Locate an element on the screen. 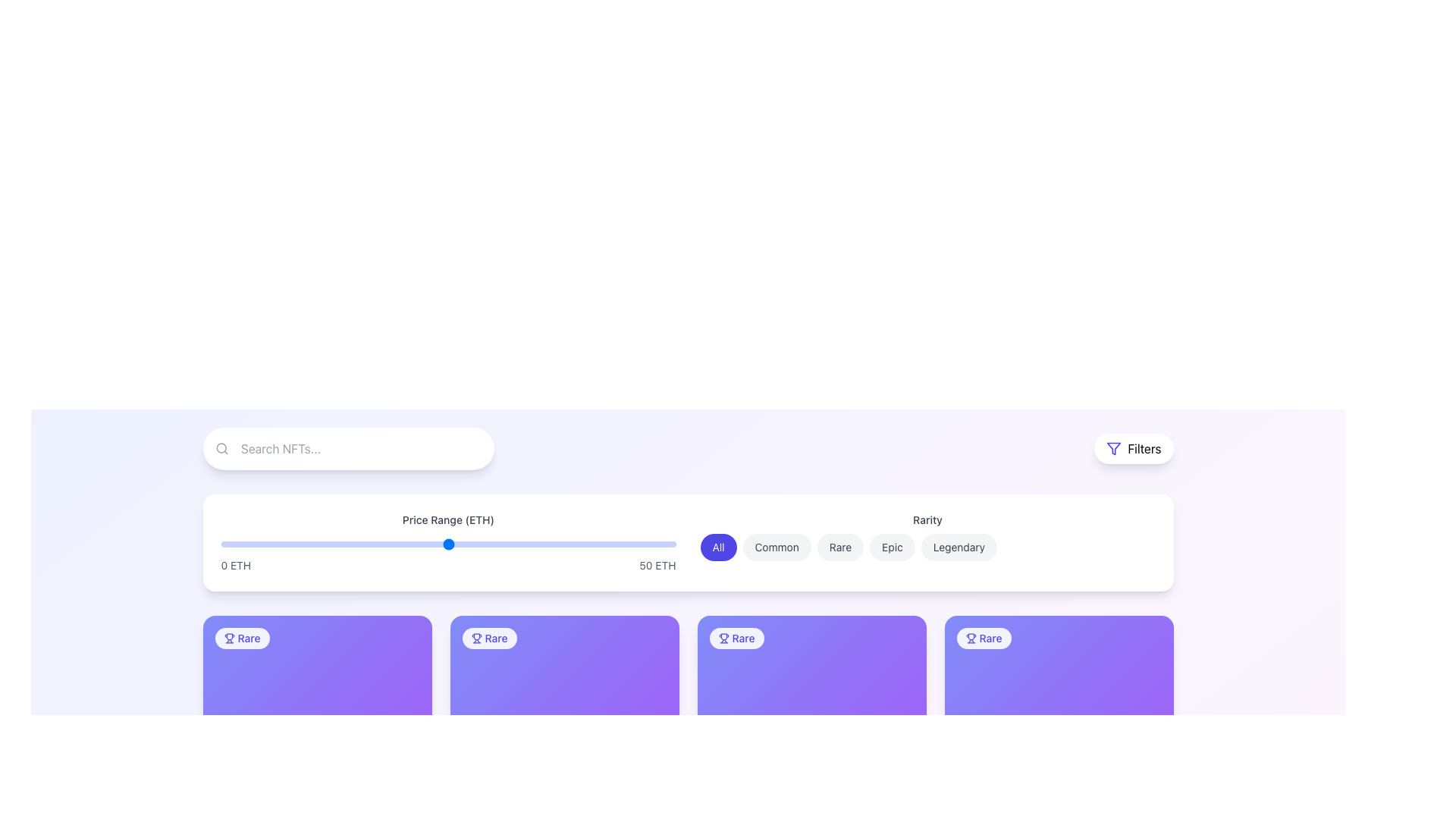 The image size is (1456, 819). the 'Rare' Label badge, which is a pill-shaped badge with a trophy icon and bold indigo text, located at the top-left corner inside a purple square card is located at coordinates (736, 638).